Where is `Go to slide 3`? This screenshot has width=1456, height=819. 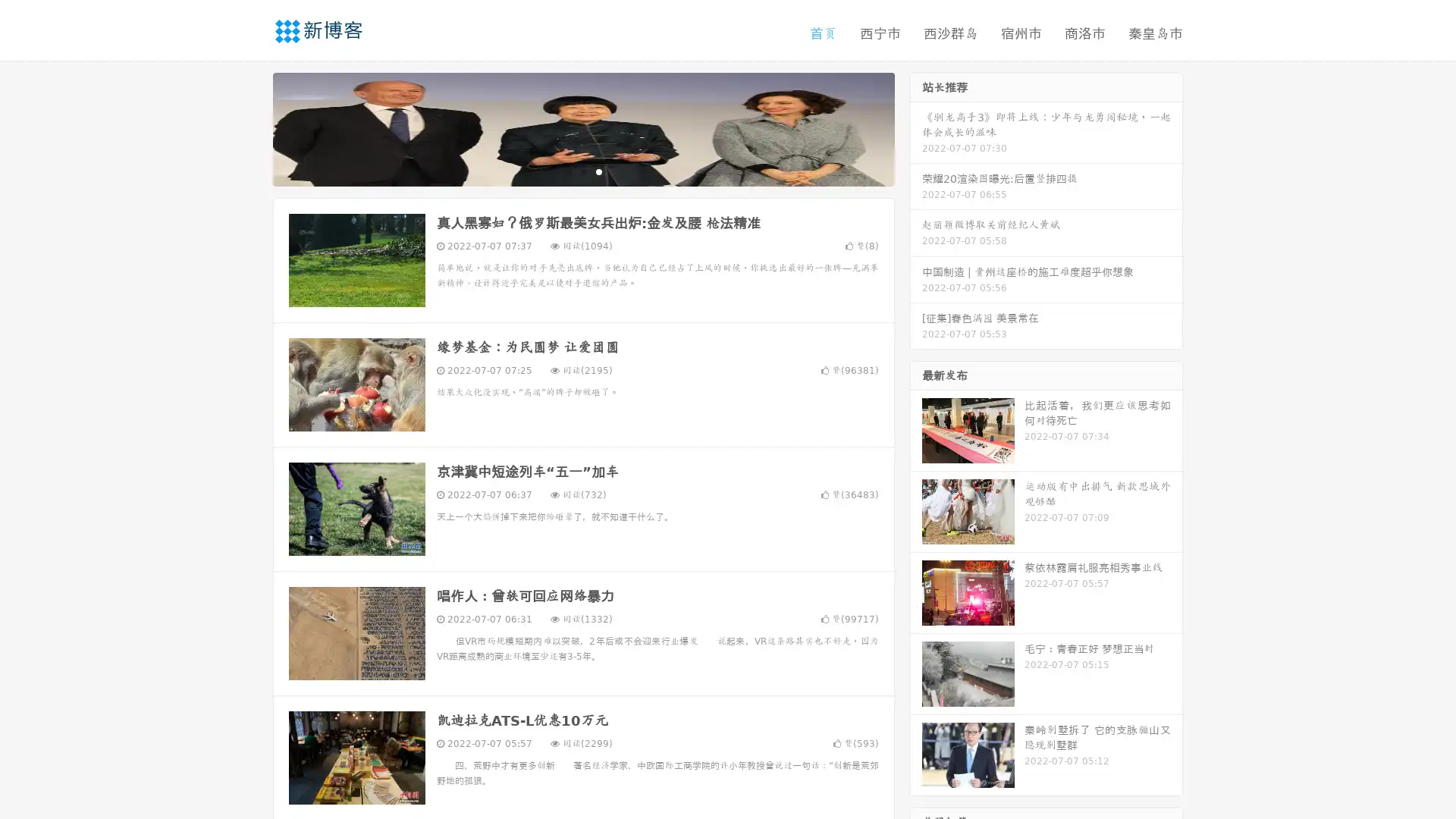
Go to slide 3 is located at coordinates (598, 171).